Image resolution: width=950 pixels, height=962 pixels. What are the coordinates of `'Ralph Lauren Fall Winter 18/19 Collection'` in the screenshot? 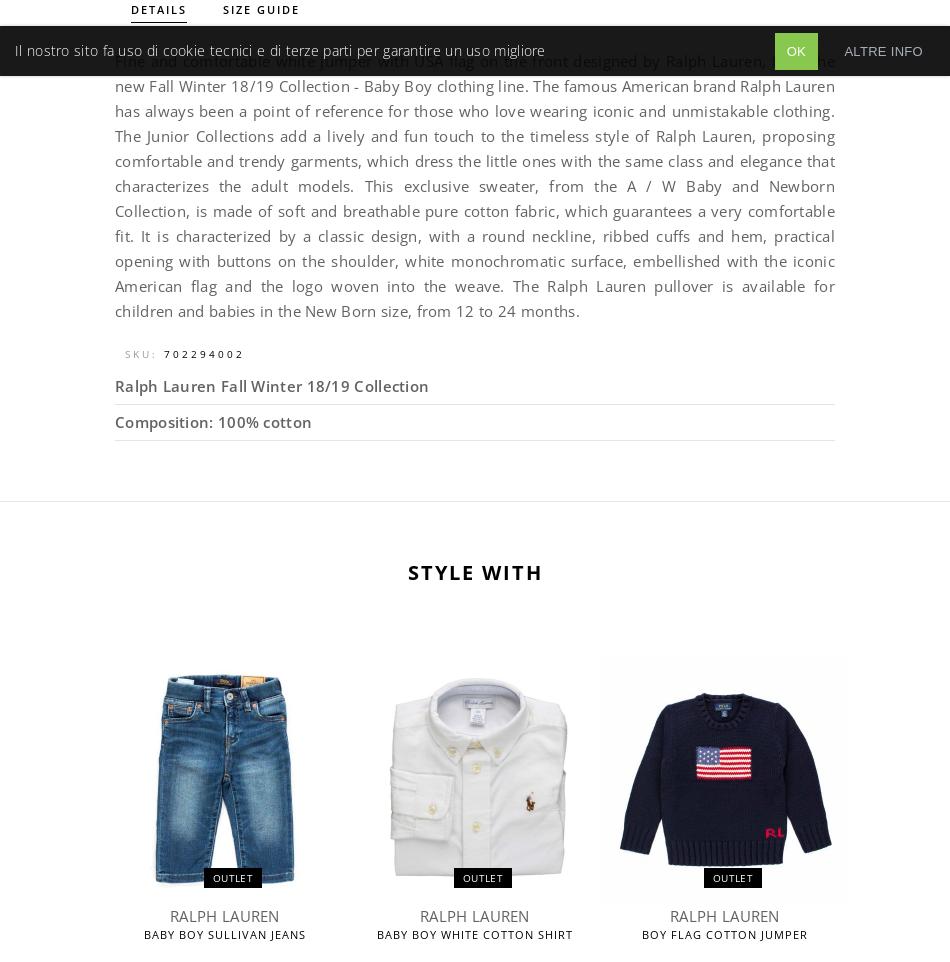 It's located at (115, 384).